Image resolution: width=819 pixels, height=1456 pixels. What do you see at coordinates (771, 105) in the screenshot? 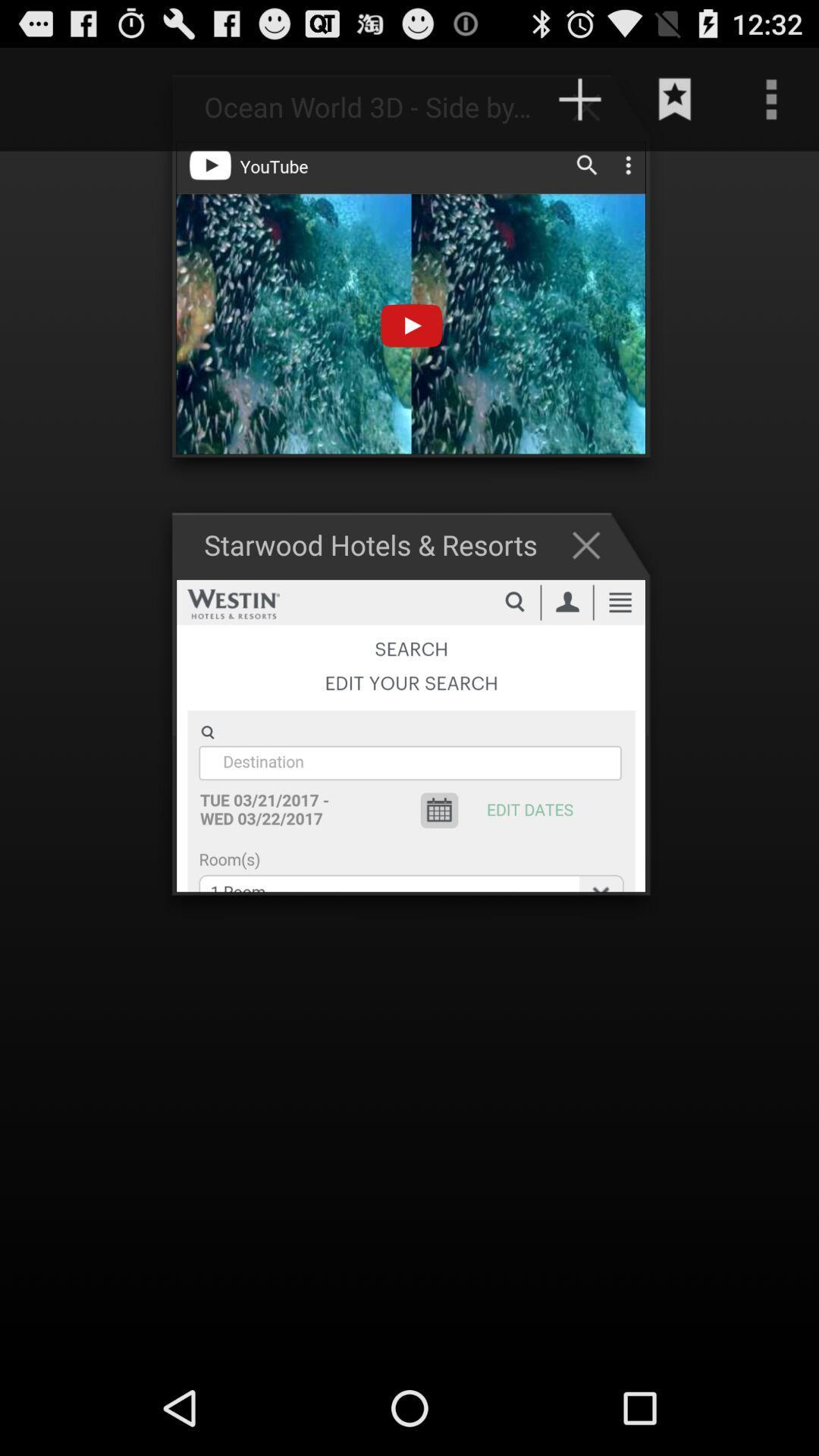
I see `the more icon` at bounding box center [771, 105].